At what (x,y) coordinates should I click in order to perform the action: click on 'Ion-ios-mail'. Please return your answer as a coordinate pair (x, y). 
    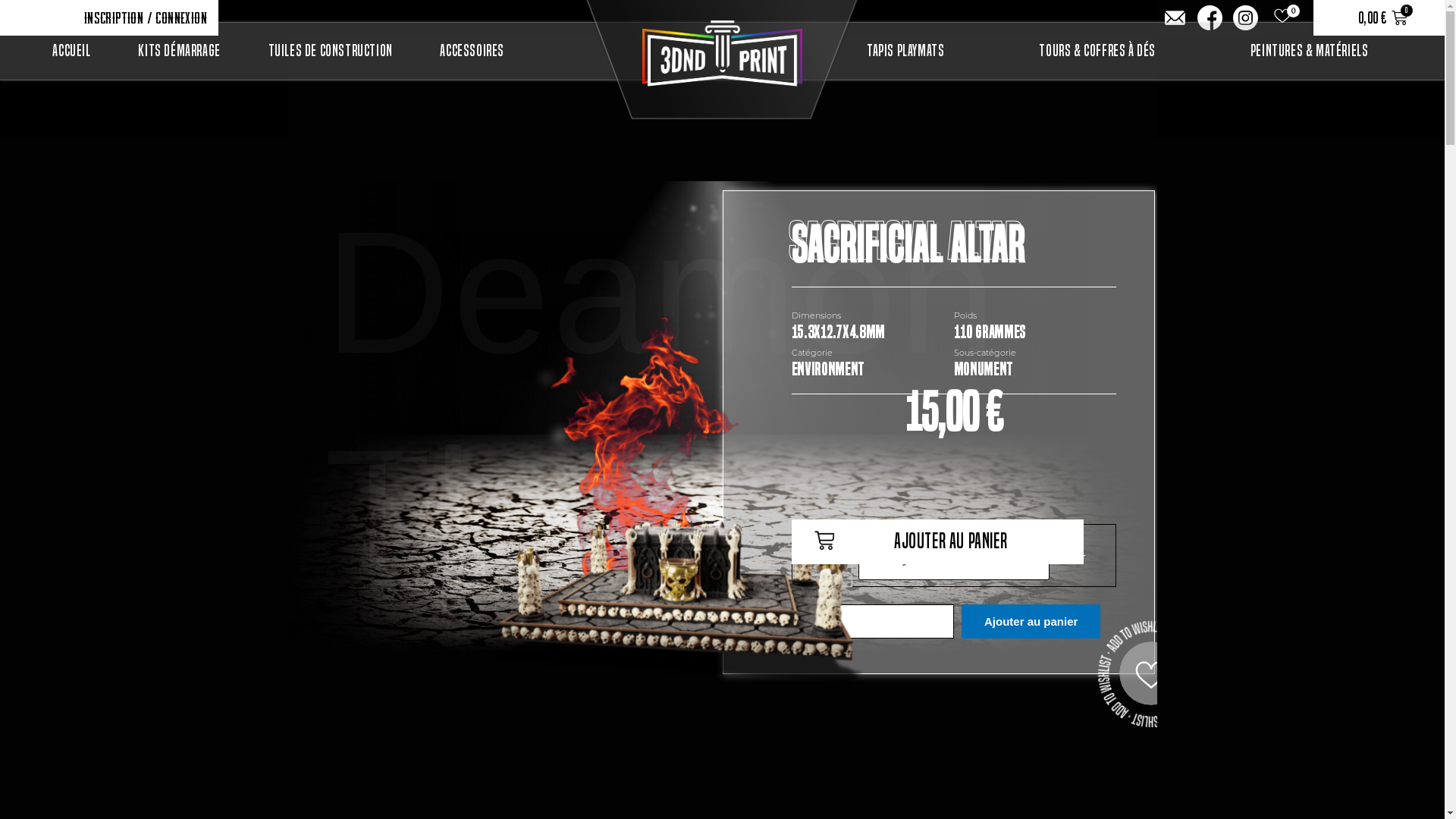
    Looking at the image, I should click on (1175, 17).